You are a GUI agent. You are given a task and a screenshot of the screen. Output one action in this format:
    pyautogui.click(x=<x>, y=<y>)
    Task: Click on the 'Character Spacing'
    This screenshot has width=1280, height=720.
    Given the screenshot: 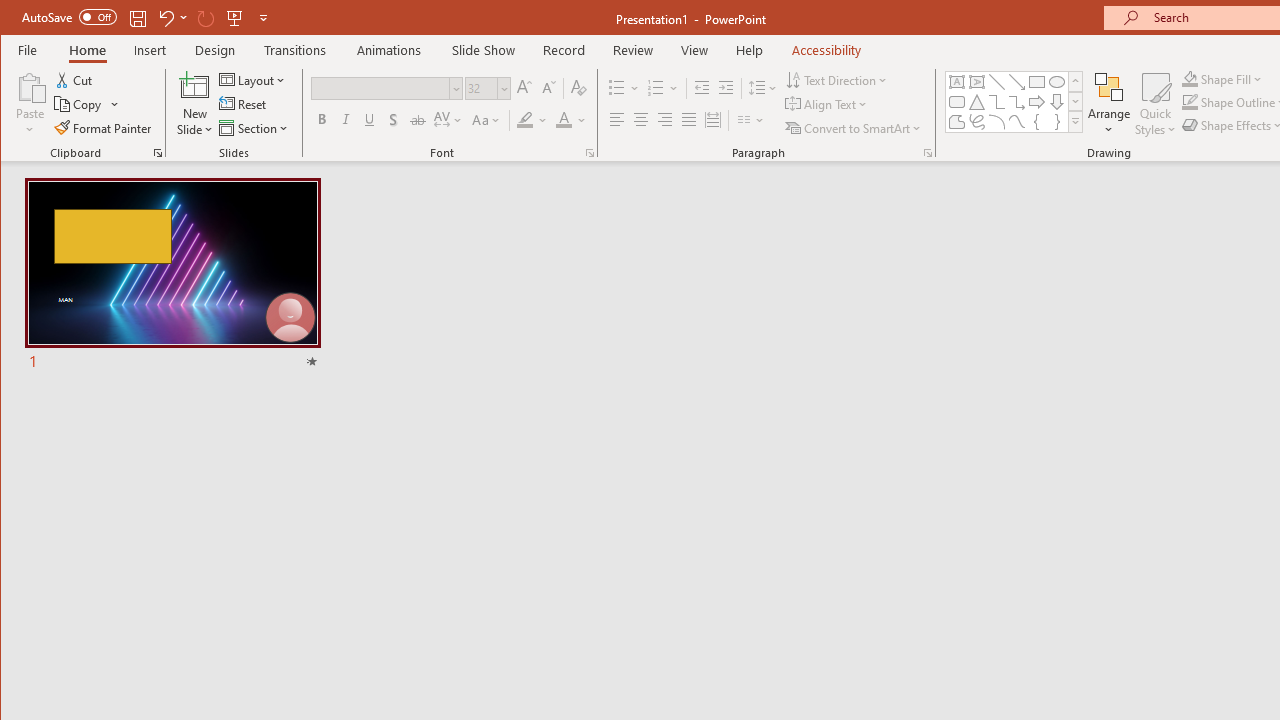 What is the action you would take?
    pyautogui.click(x=448, y=120)
    